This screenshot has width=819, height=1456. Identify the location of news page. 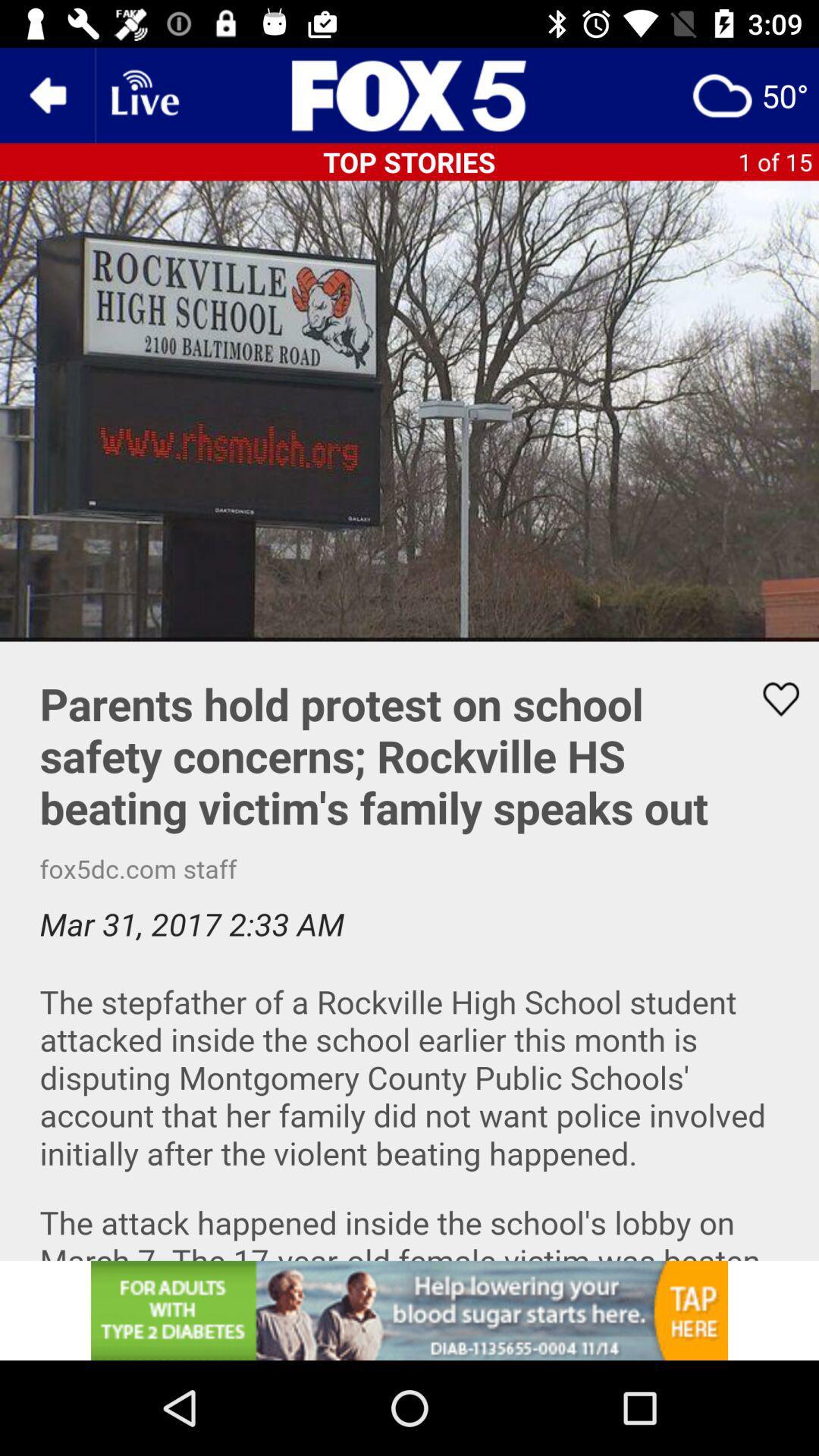
(409, 94).